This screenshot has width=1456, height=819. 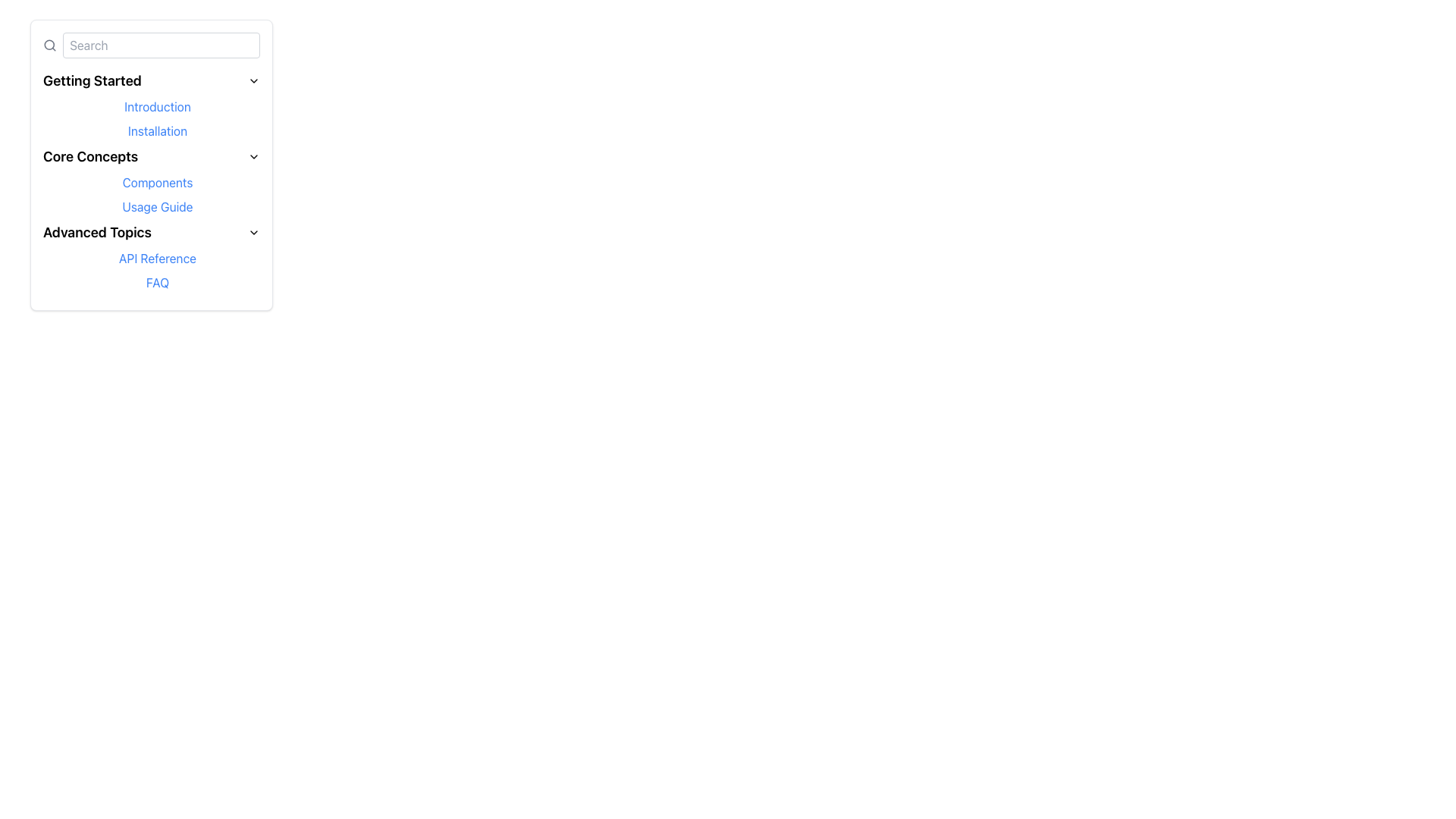 What do you see at coordinates (89, 157) in the screenshot?
I see `the 'Core Concepts' text label in the navigation menu` at bounding box center [89, 157].